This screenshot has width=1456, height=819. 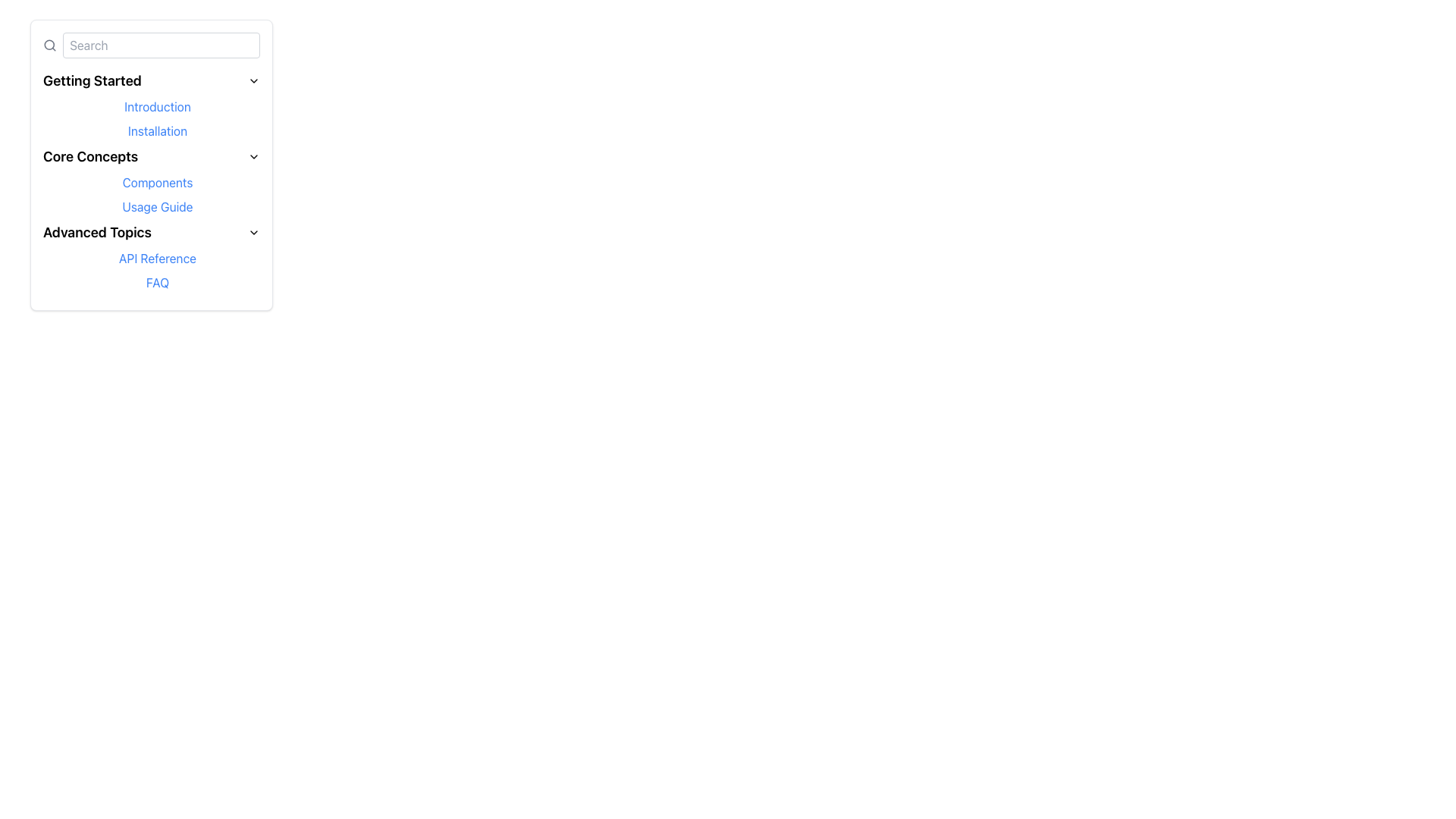 What do you see at coordinates (89, 157) in the screenshot?
I see `the 'Core Concepts' text label in the navigation menu` at bounding box center [89, 157].